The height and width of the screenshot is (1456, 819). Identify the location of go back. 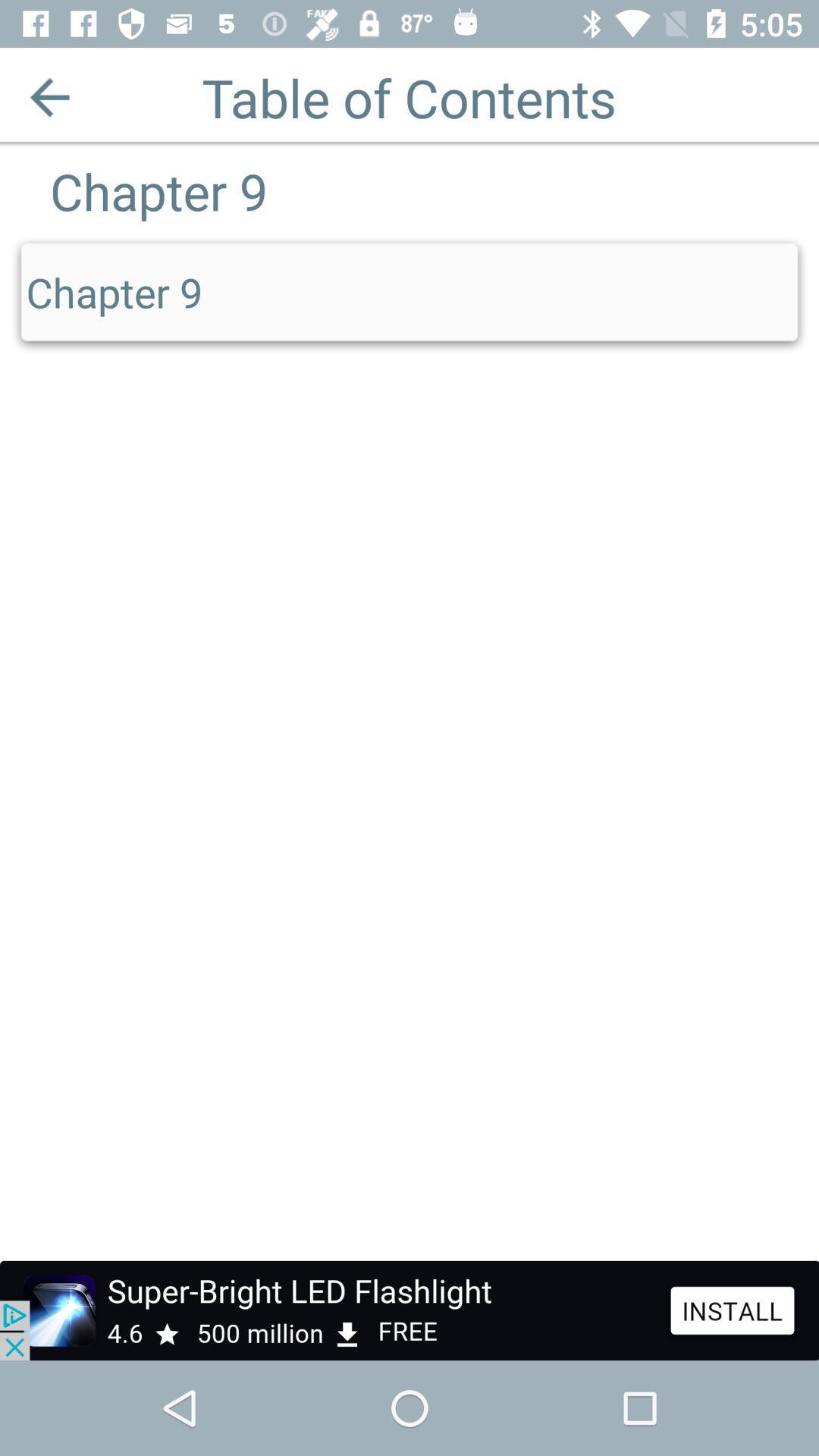
(49, 96).